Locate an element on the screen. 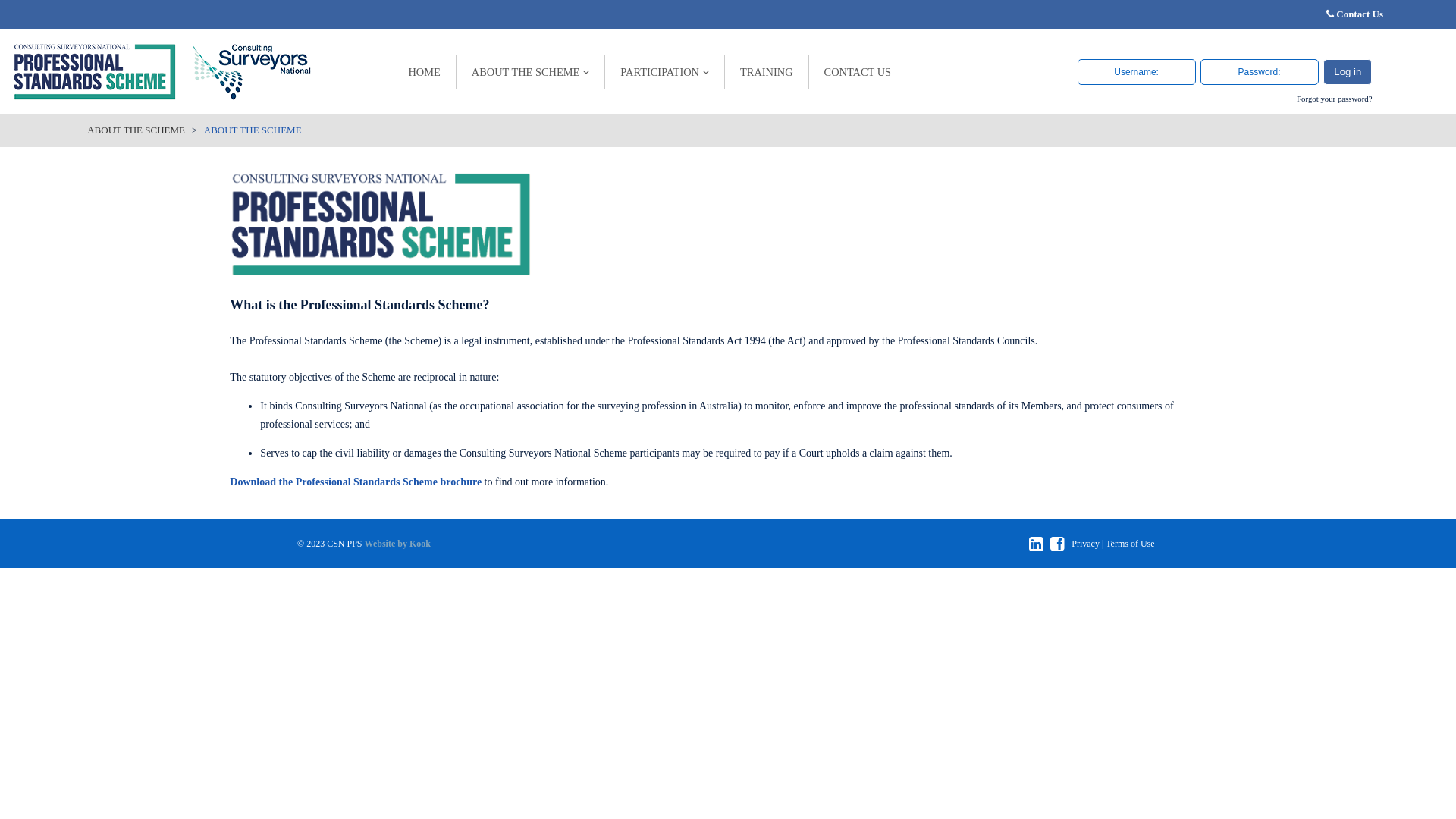 This screenshot has width=1456, height=819. 'Download the Professional Standards Scheme brochure' is located at coordinates (228, 482).